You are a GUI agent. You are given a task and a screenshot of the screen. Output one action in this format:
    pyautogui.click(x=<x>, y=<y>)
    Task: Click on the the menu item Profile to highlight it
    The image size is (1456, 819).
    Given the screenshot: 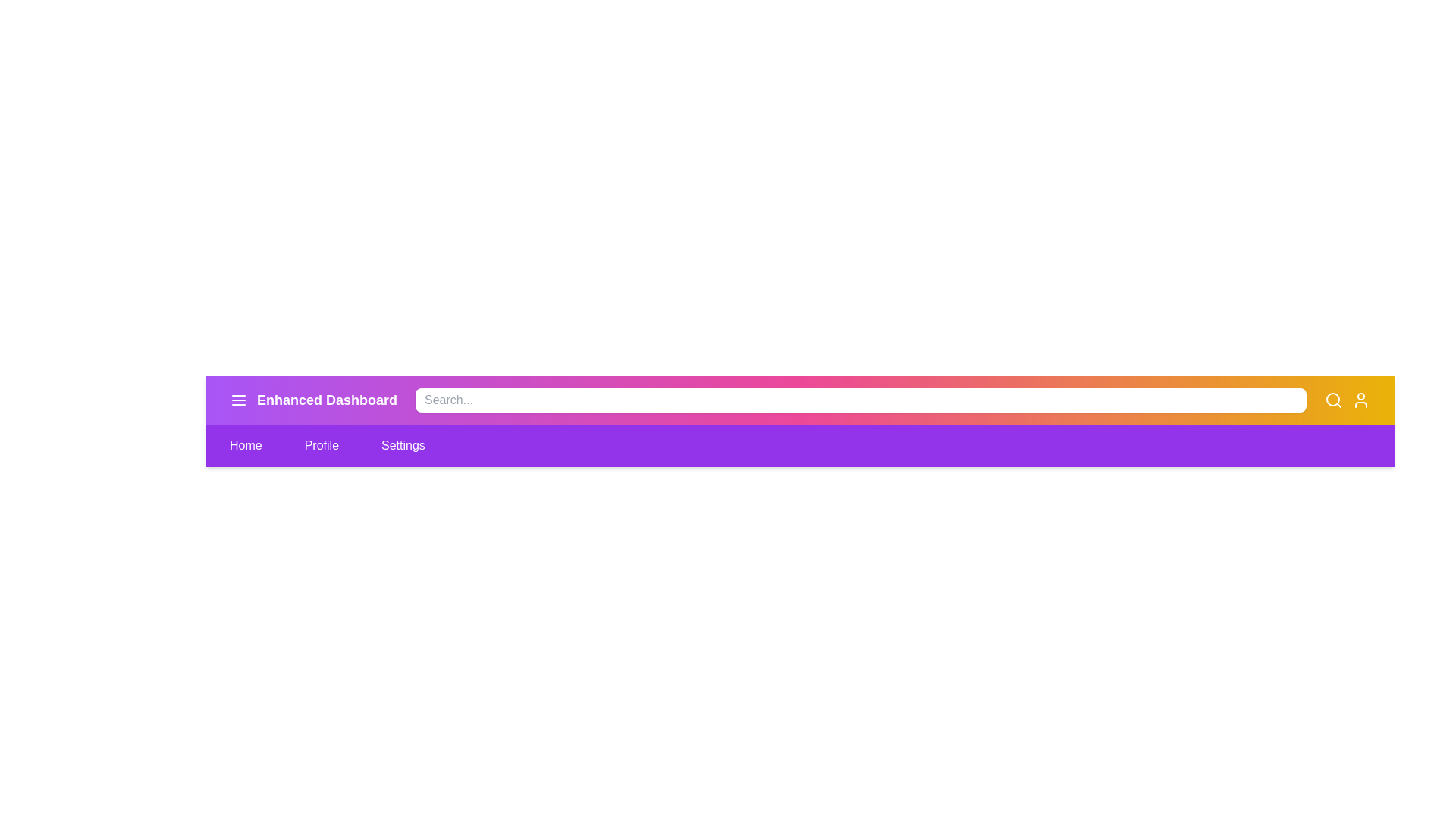 What is the action you would take?
    pyautogui.click(x=320, y=444)
    